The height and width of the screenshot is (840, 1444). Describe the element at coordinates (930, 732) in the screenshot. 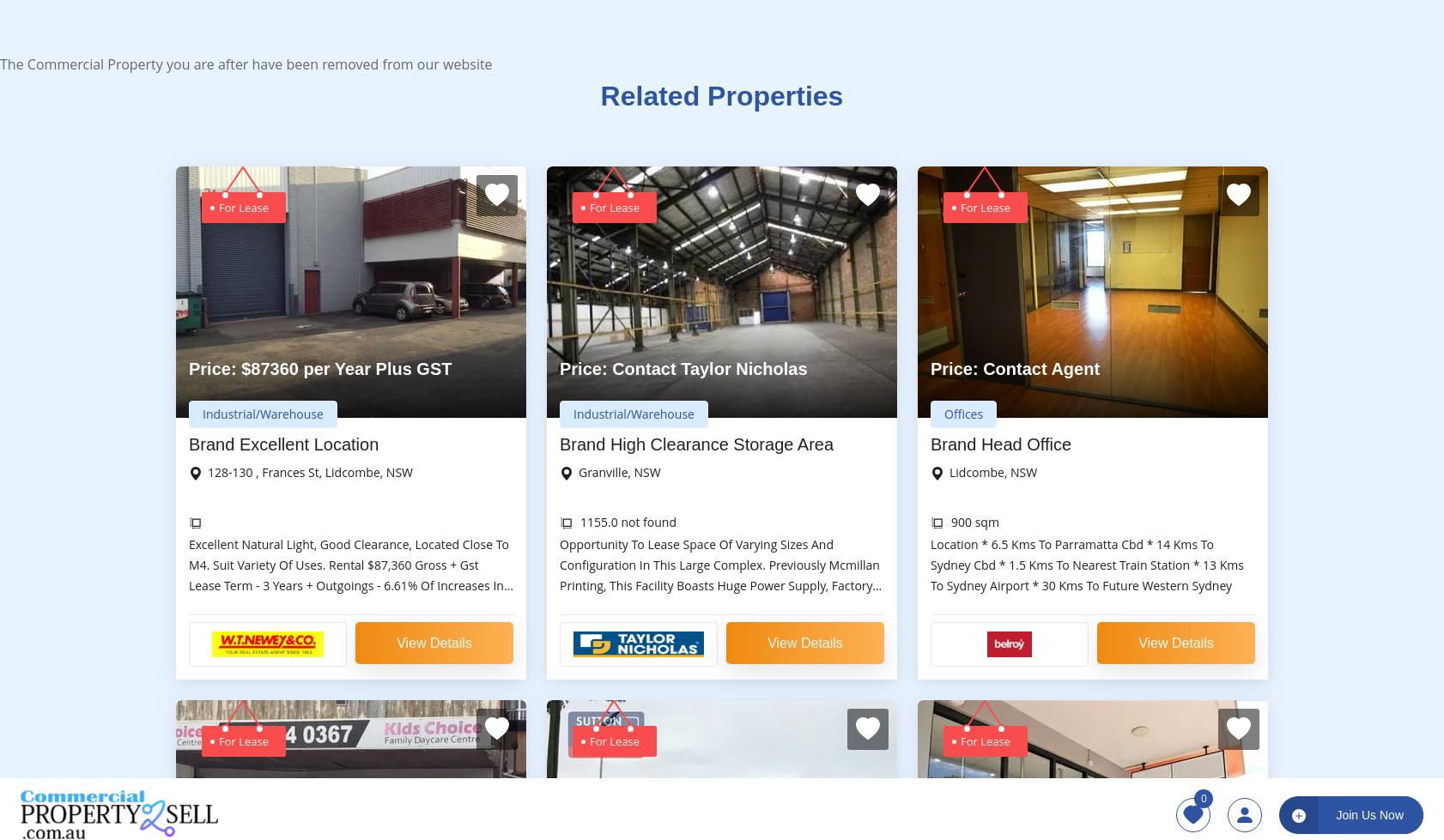

I see `'Brand Excellent Presentation'` at that location.